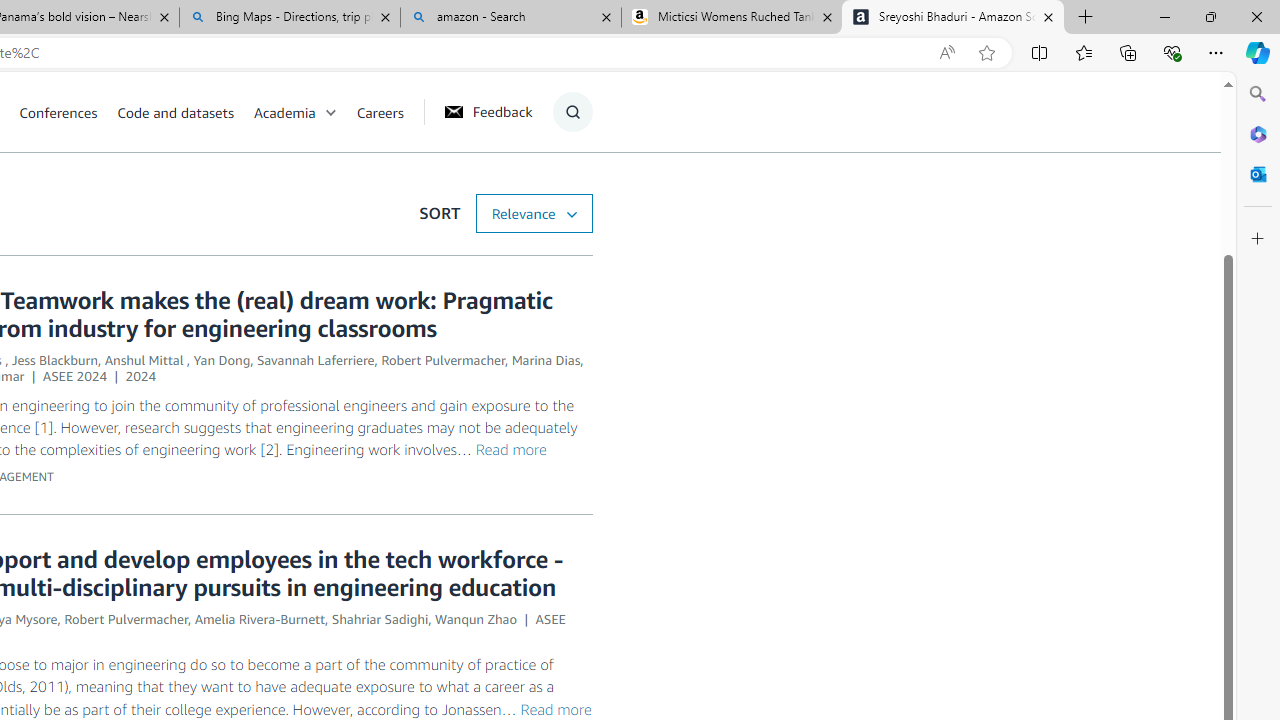 This screenshot has width=1280, height=720. Describe the element at coordinates (330, 111) in the screenshot. I see `'Open Sub Navigation'` at that location.